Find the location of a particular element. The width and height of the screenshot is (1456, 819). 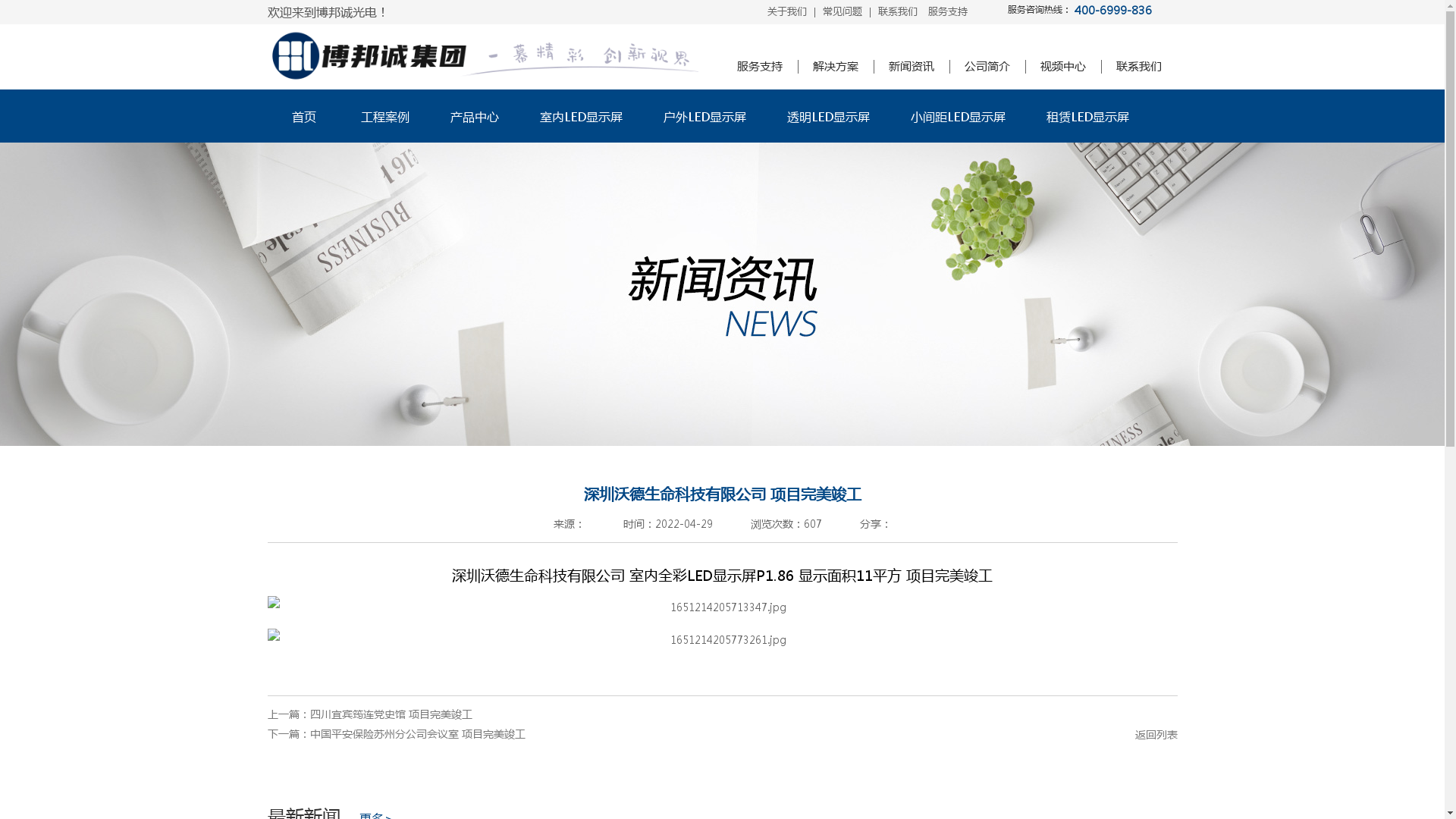

'1652404829435409.jpg' is located at coordinates (266, 605).